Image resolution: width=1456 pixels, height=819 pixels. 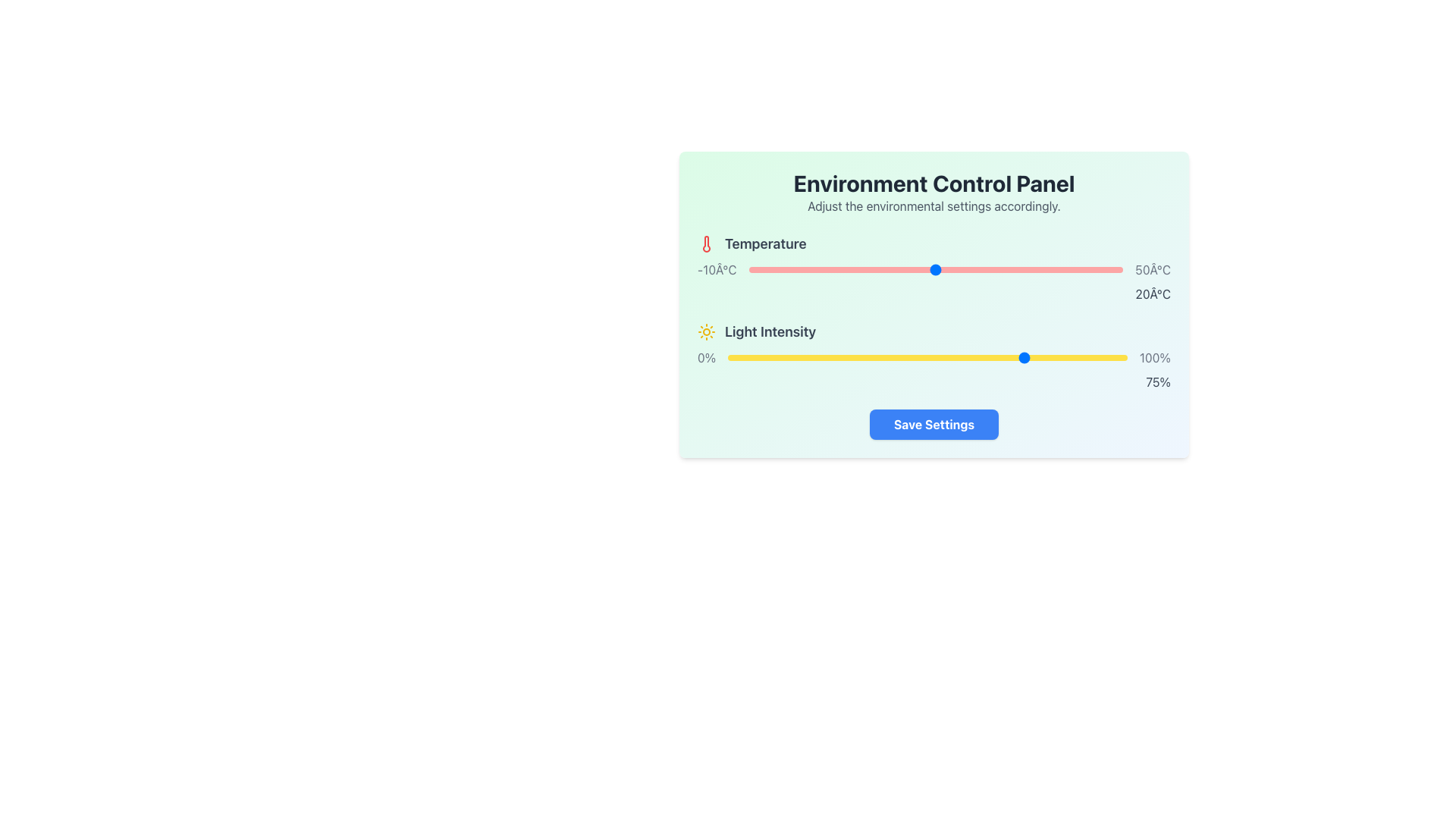 I want to click on light intensity, so click(x=1090, y=357).